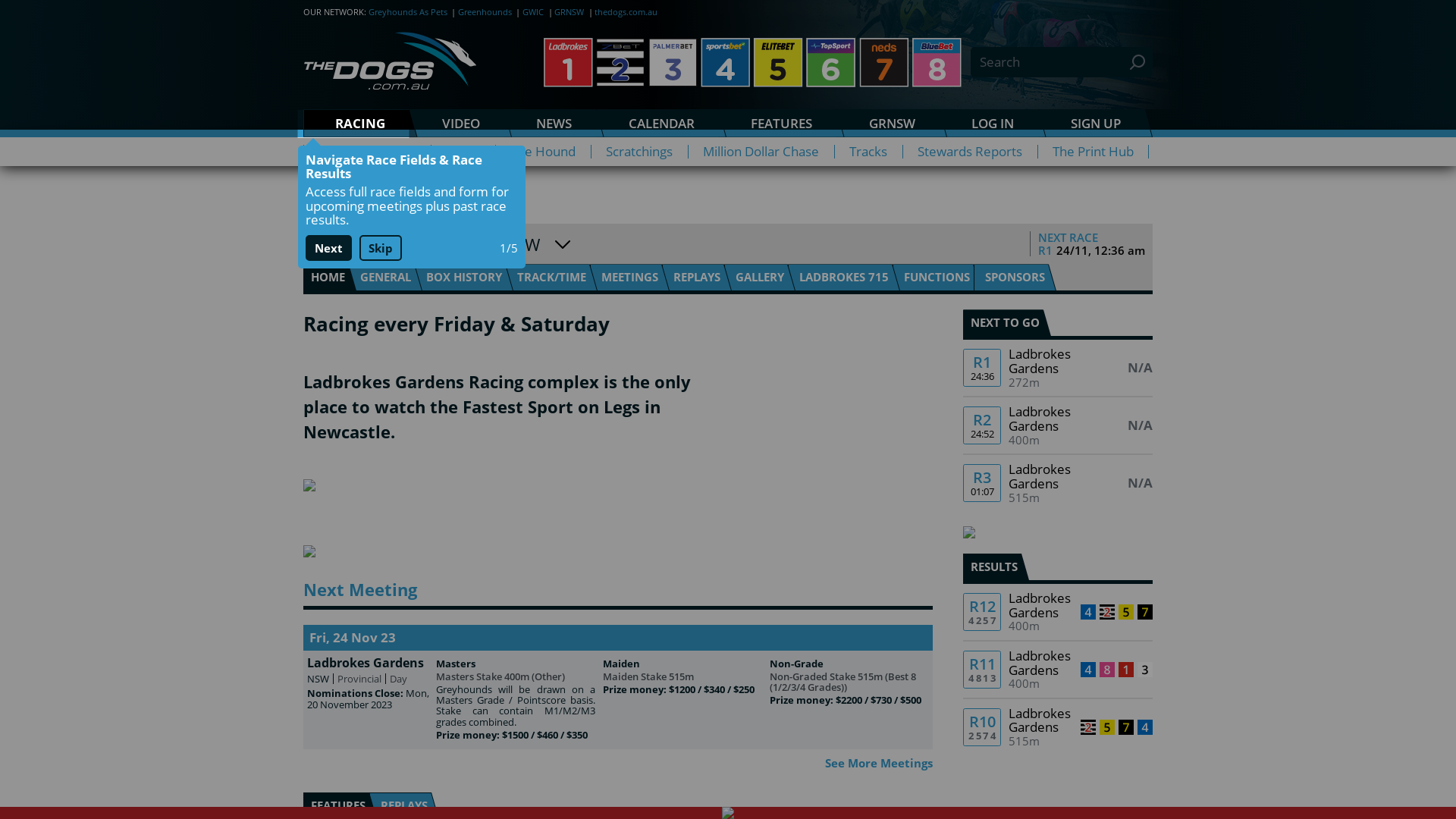  I want to click on 'Scratchings', so click(639, 152).